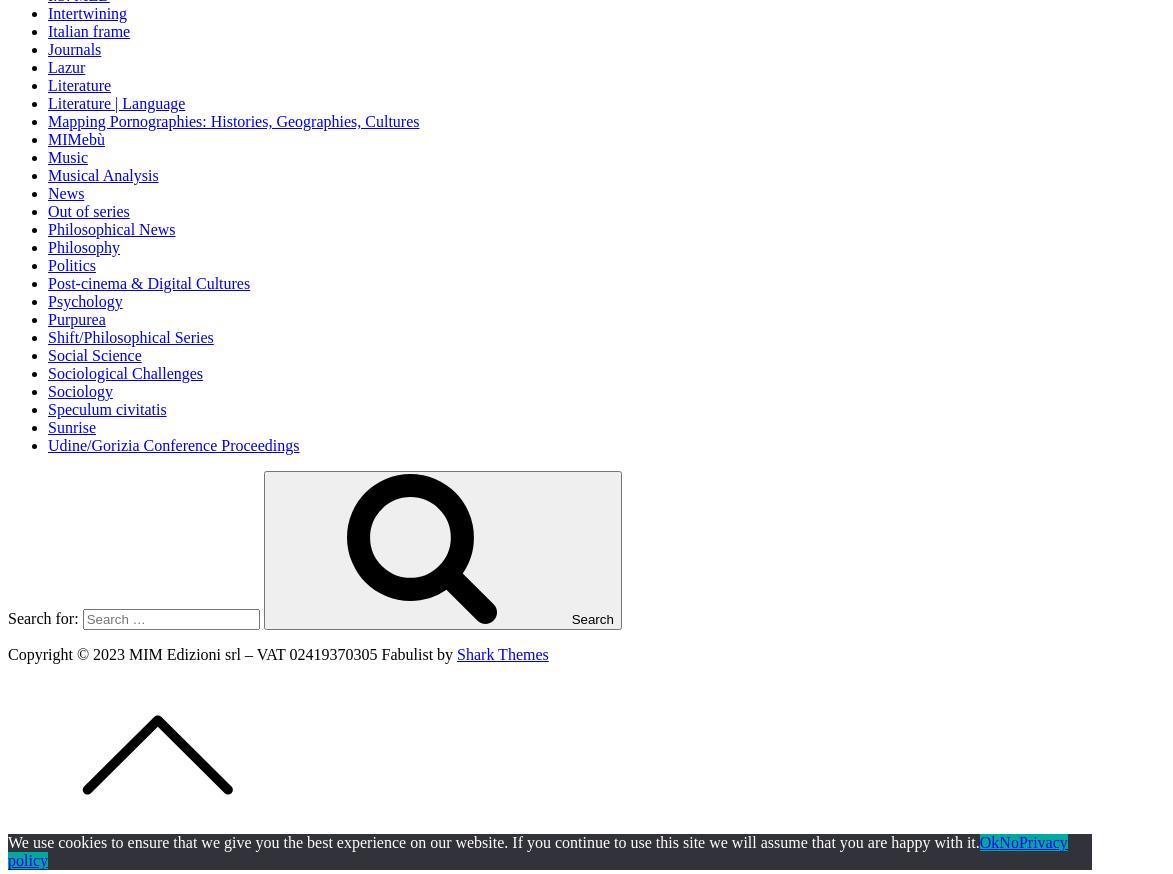 The image size is (1173, 874). Describe the element at coordinates (47, 408) in the screenshot. I see `'Speculum civitatis'` at that location.